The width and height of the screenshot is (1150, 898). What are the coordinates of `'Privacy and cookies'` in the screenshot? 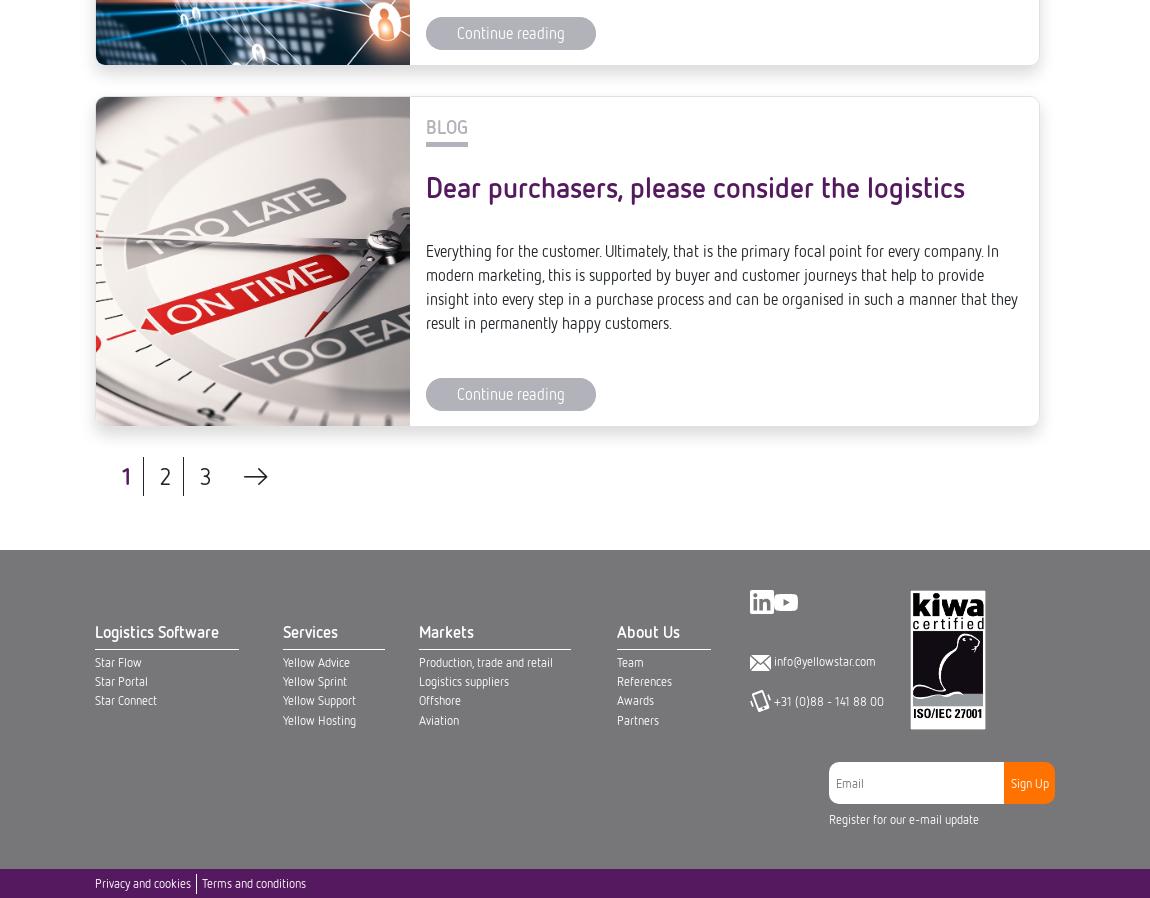 It's located at (93, 205).